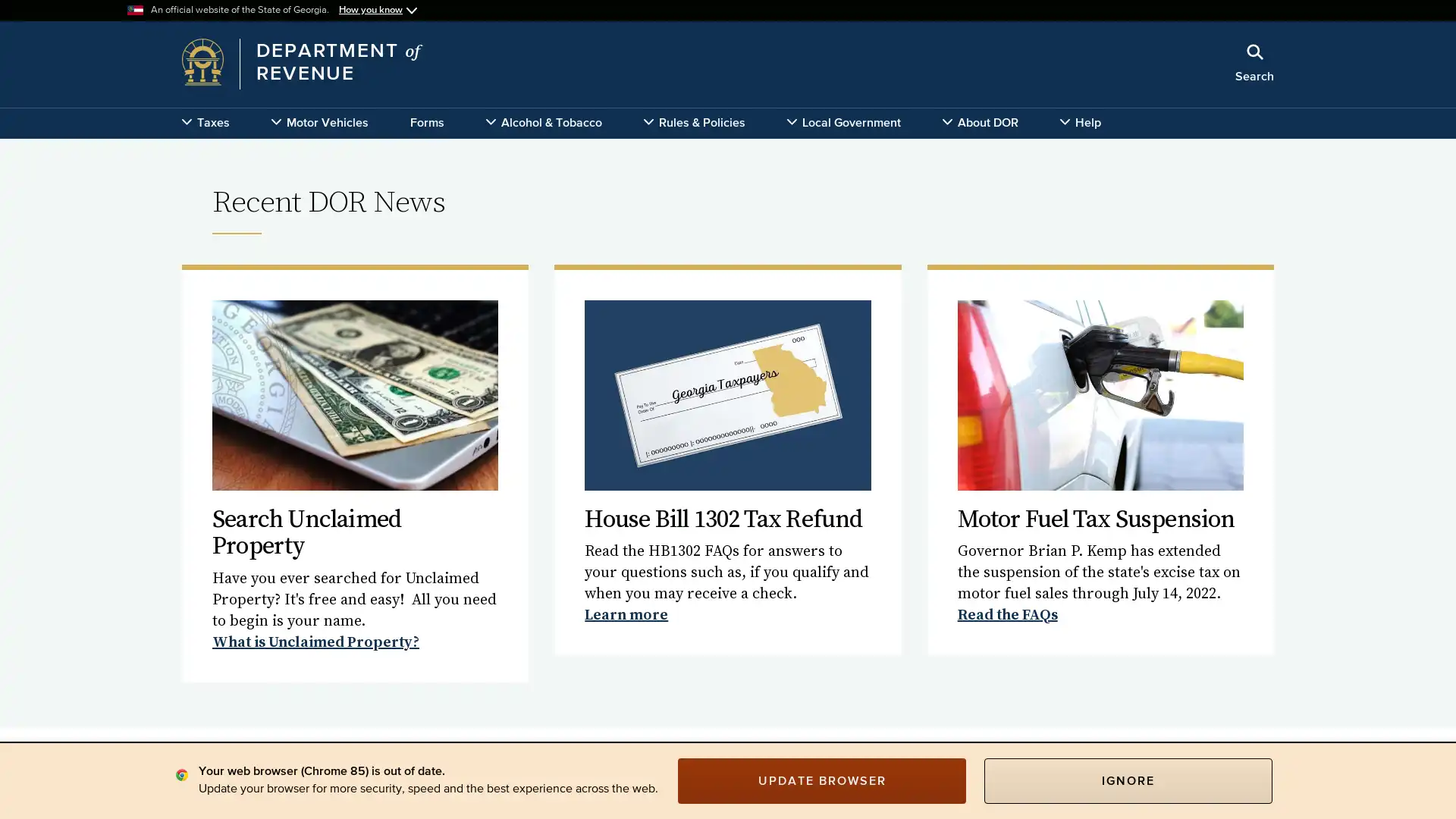 The height and width of the screenshot is (819, 1456). What do you see at coordinates (1128, 780) in the screenshot?
I see `IGNORE` at bounding box center [1128, 780].